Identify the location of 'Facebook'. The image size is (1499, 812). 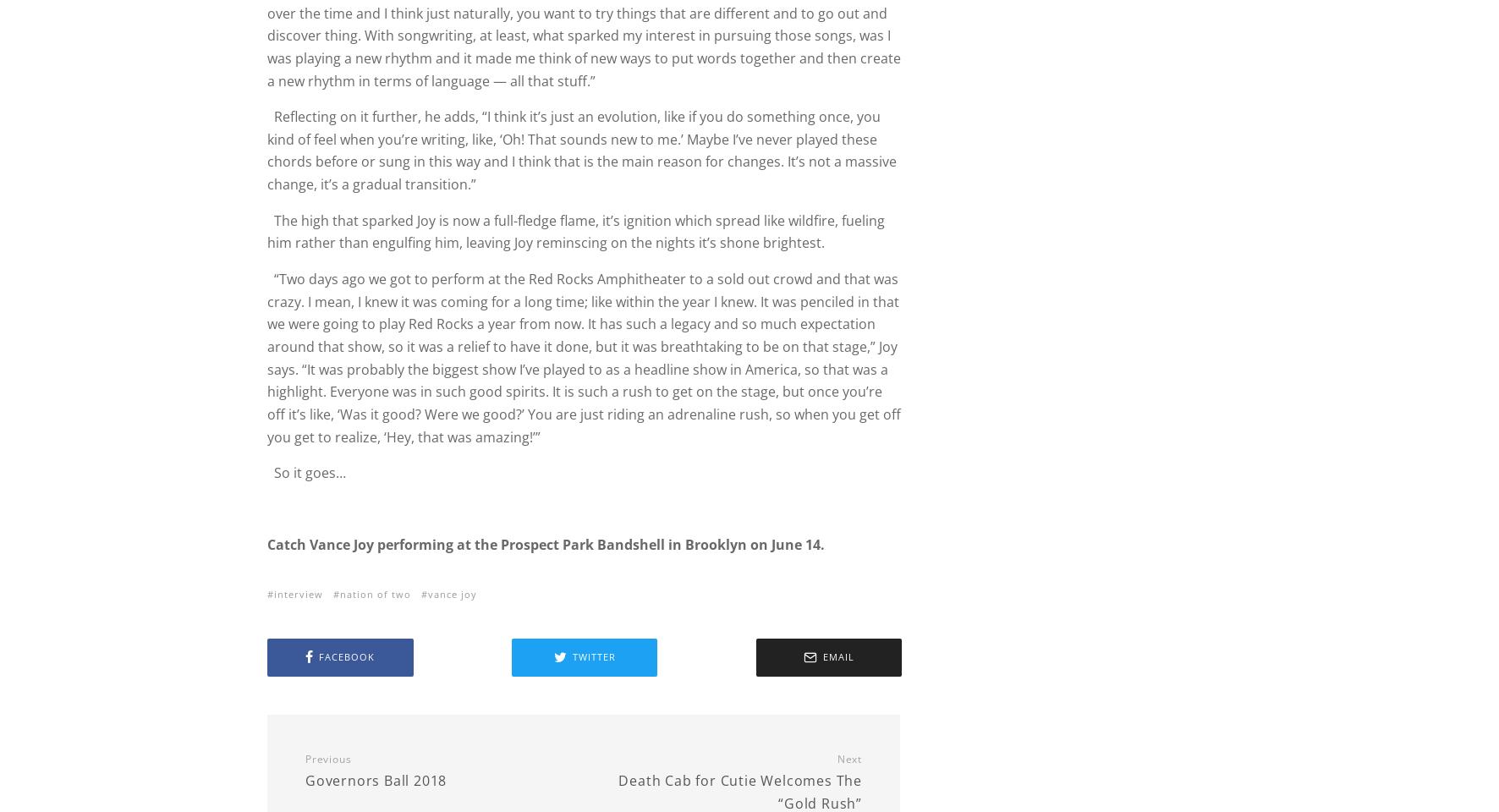
(347, 656).